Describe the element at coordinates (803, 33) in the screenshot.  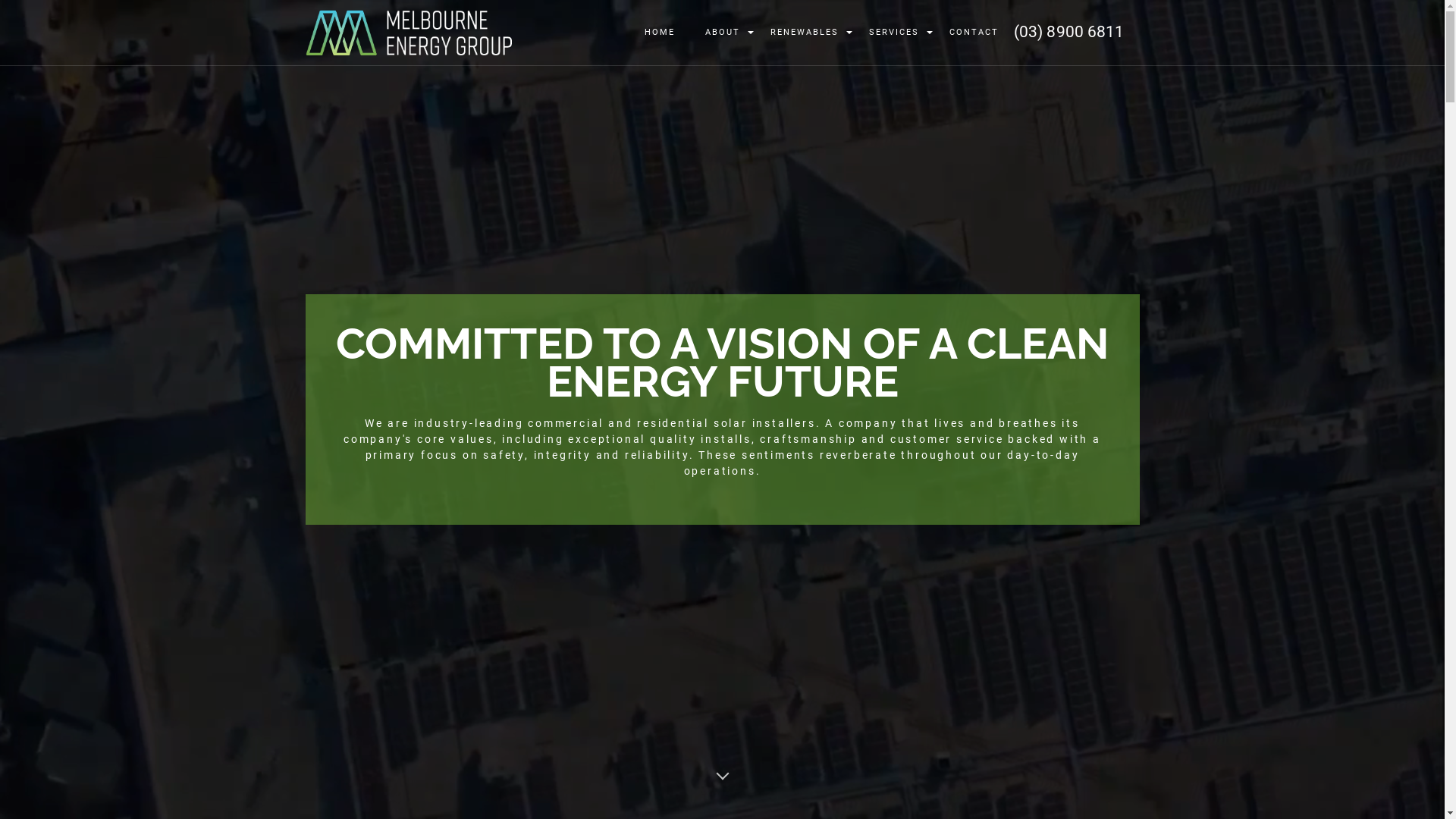
I see `'RENEWABLES'` at that location.